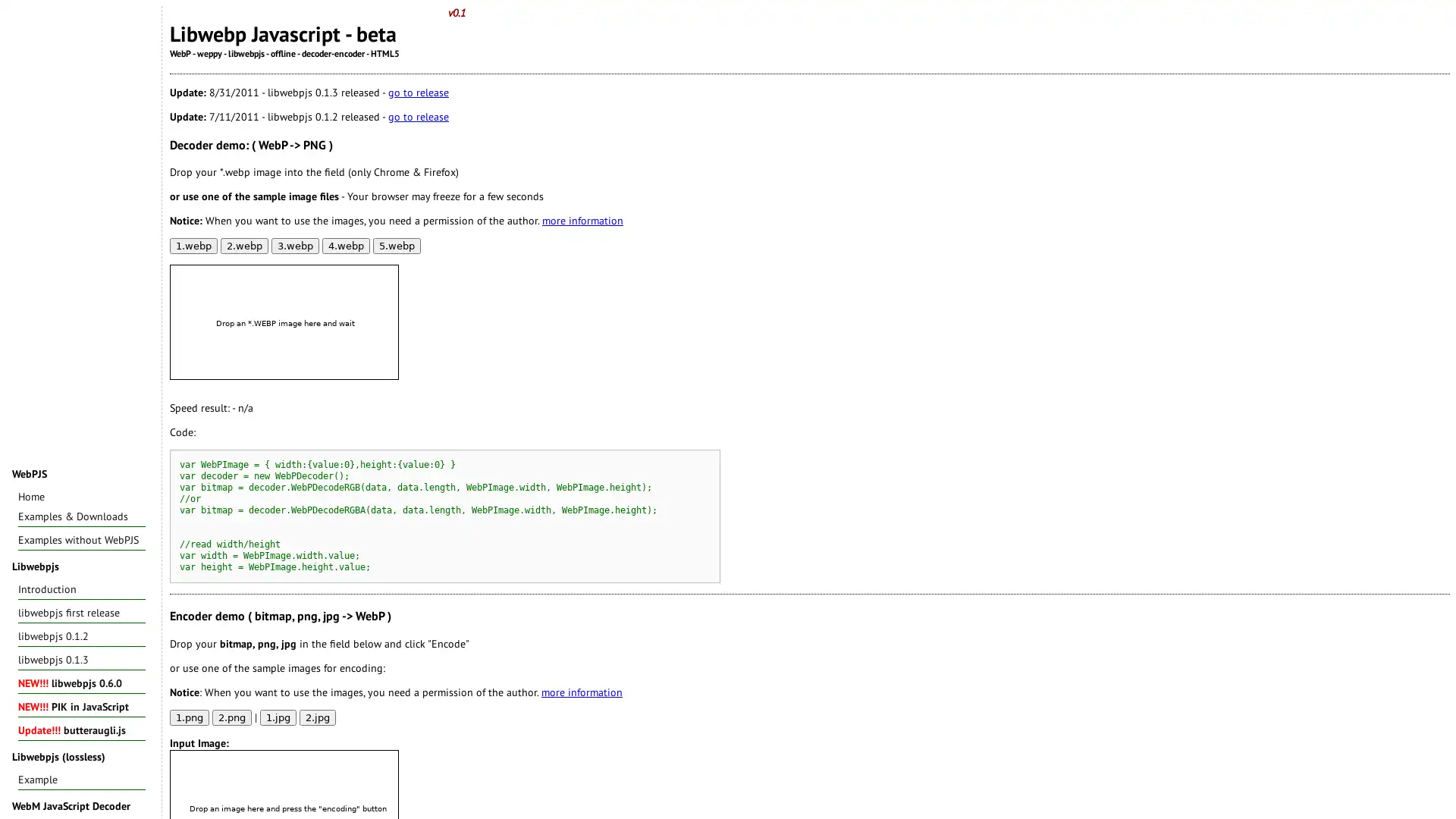 The image size is (1456, 819). What do you see at coordinates (316, 717) in the screenshot?
I see `2.jpg` at bounding box center [316, 717].